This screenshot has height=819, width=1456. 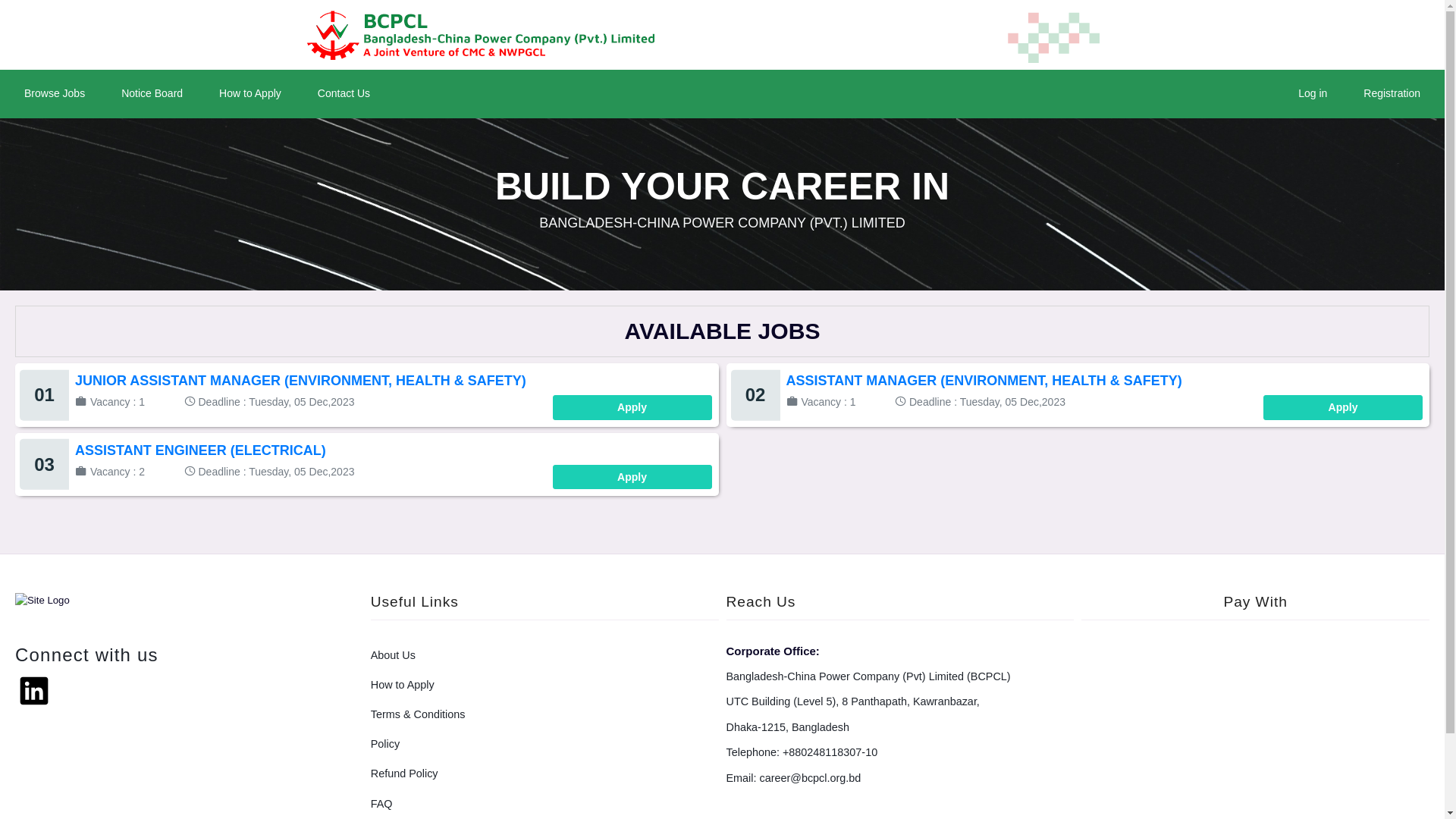 I want to click on 'How to Apply', so click(x=250, y=93).